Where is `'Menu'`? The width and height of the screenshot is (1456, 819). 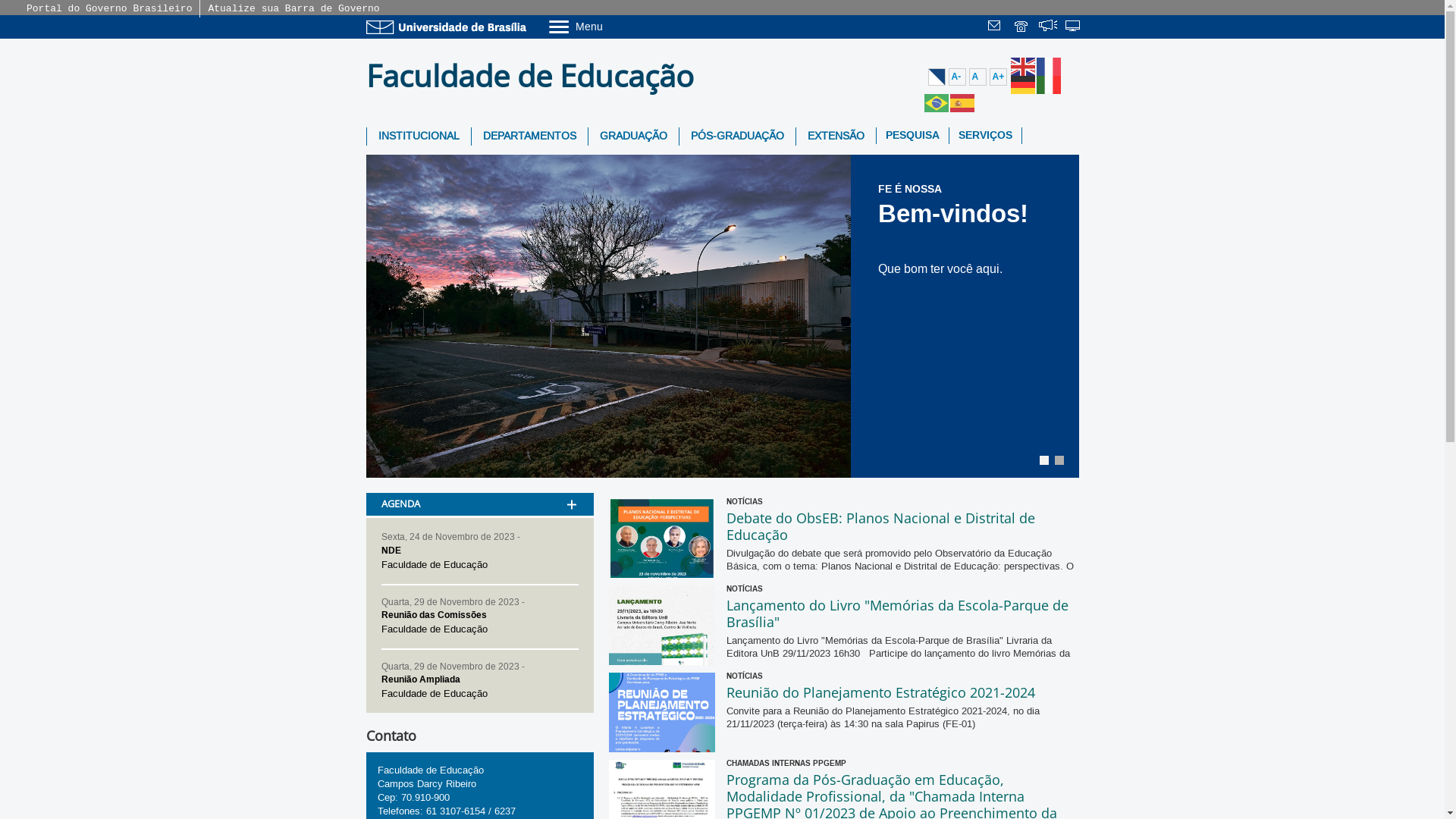 'Menu' is located at coordinates (546, 26).